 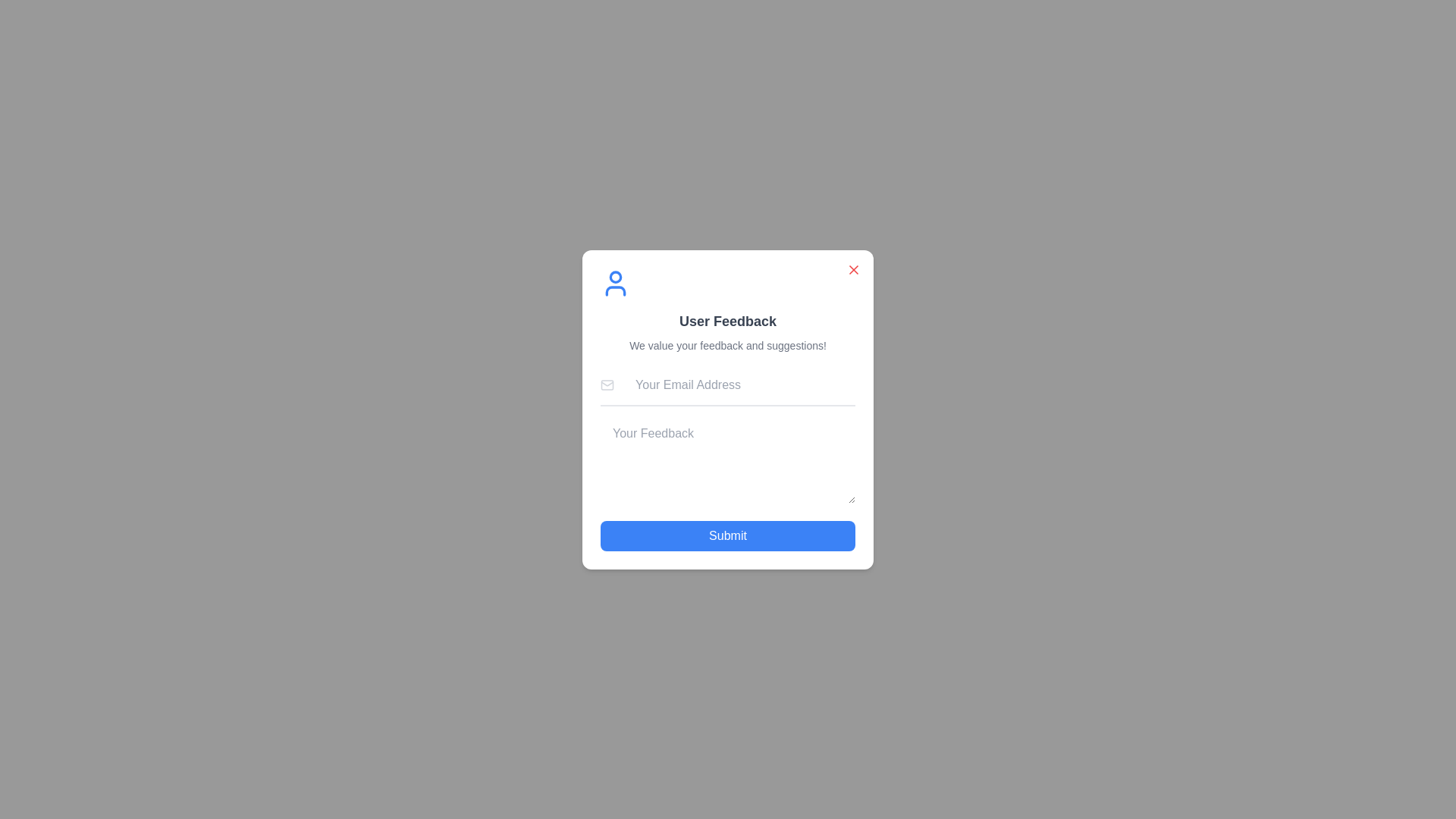 What do you see at coordinates (728, 460) in the screenshot?
I see `the feedback text area and type the feedback text` at bounding box center [728, 460].